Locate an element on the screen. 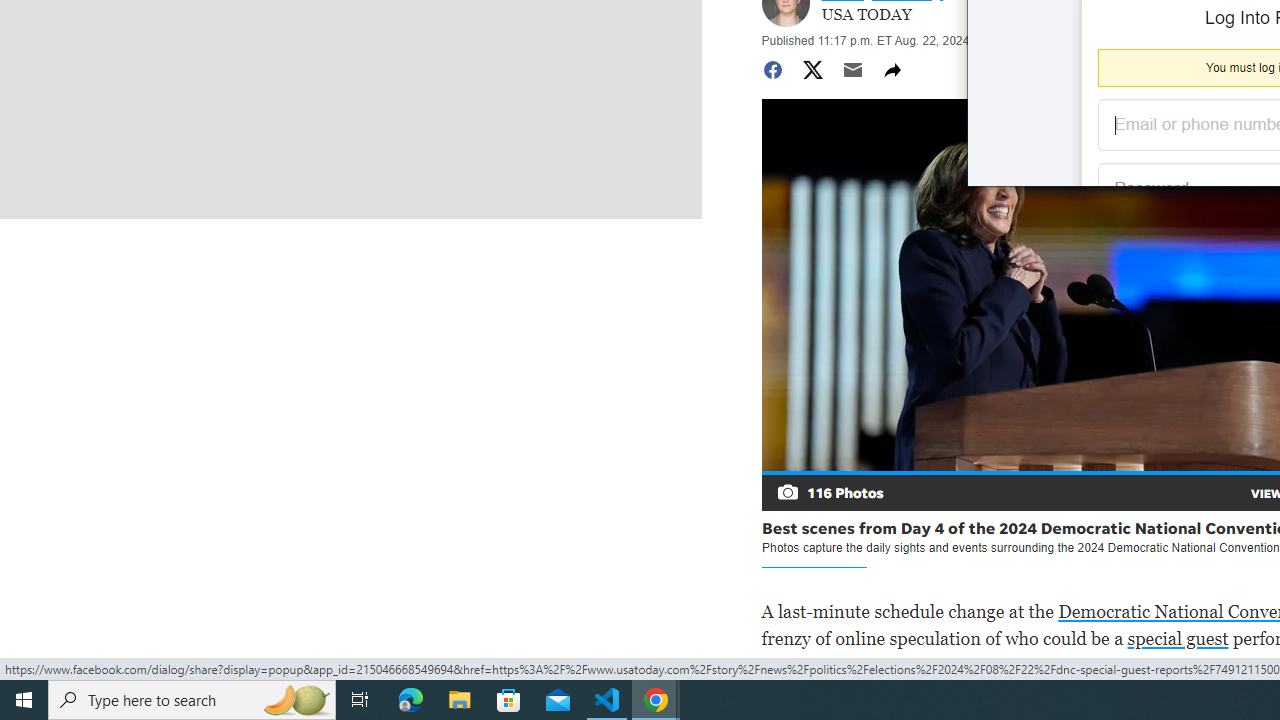 The height and width of the screenshot is (720, 1280). 'Type here to search' is located at coordinates (192, 698).